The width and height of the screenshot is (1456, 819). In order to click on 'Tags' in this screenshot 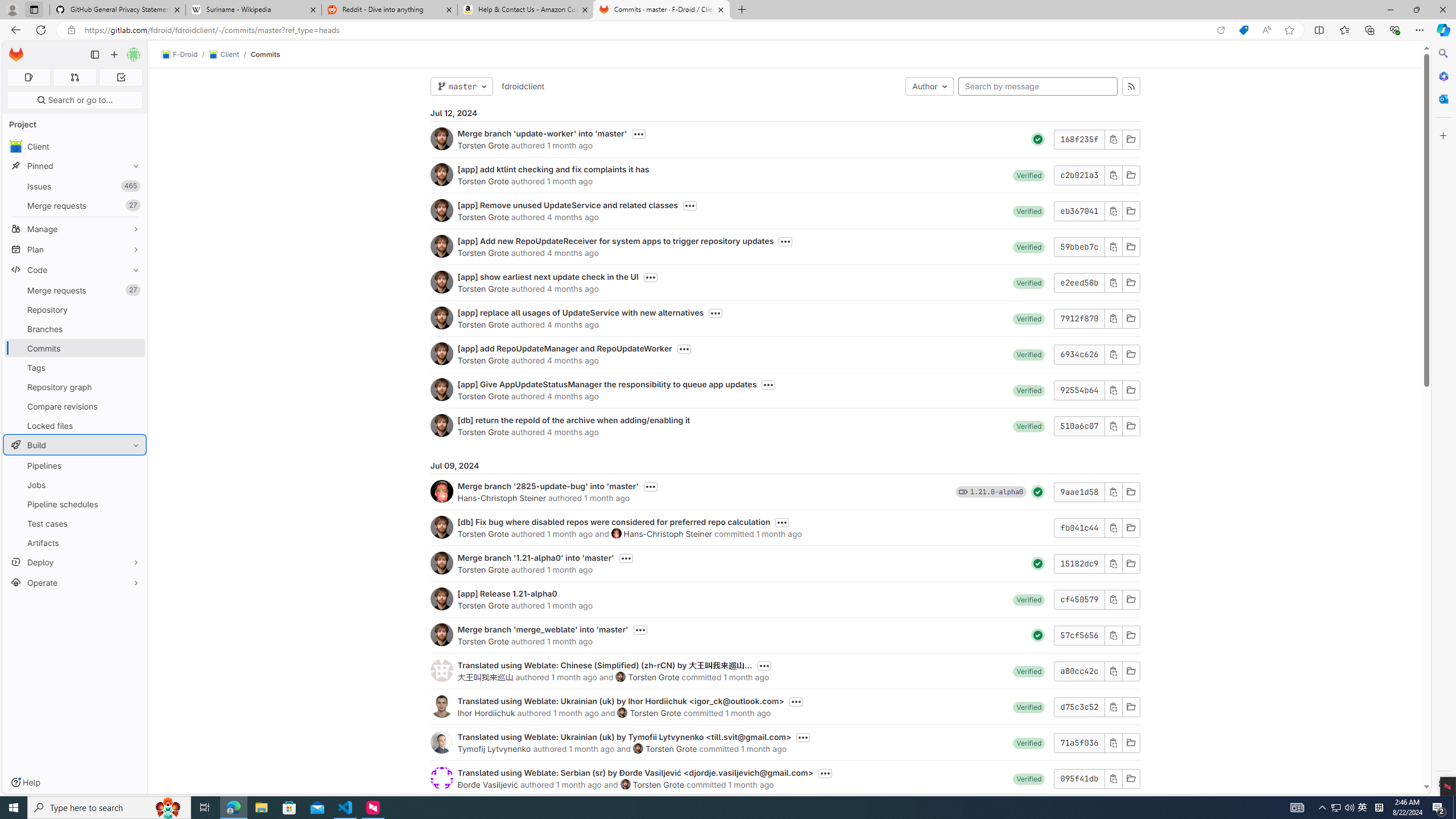, I will do `click(74, 367)`.